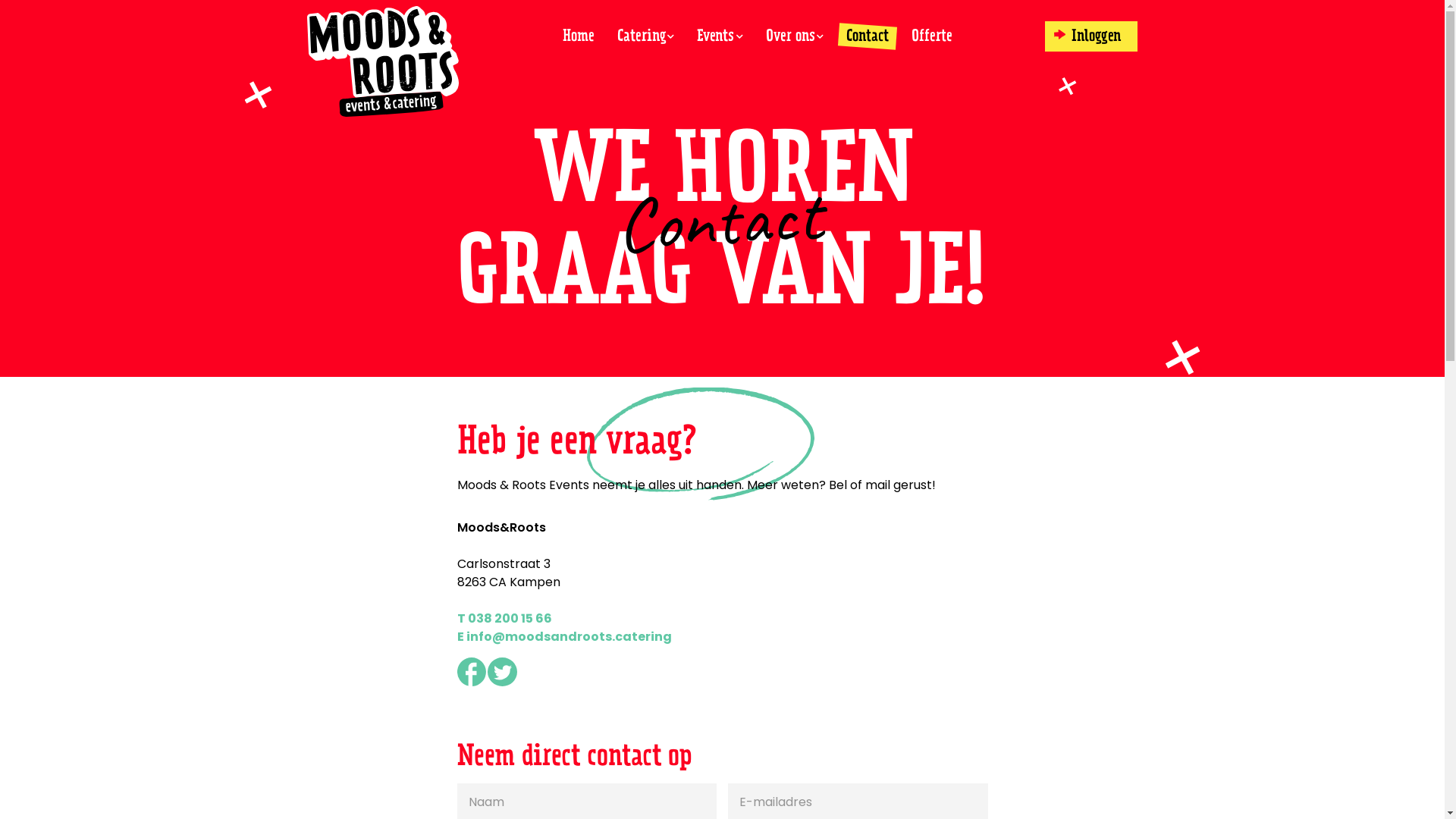  I want to click on 'Contact', so click(867, 35).